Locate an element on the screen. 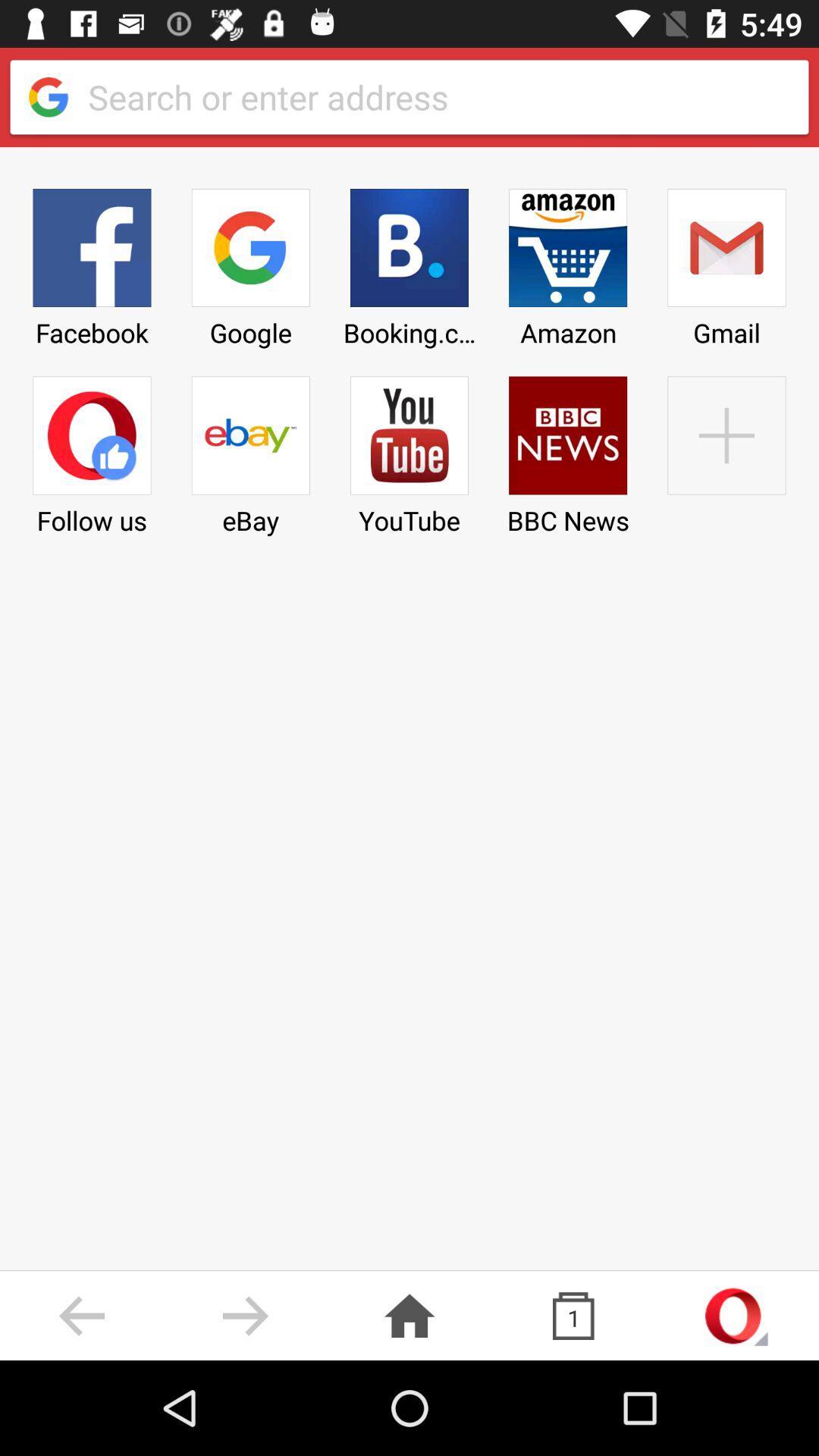  the home icon is located at coordinates (409, 1315).